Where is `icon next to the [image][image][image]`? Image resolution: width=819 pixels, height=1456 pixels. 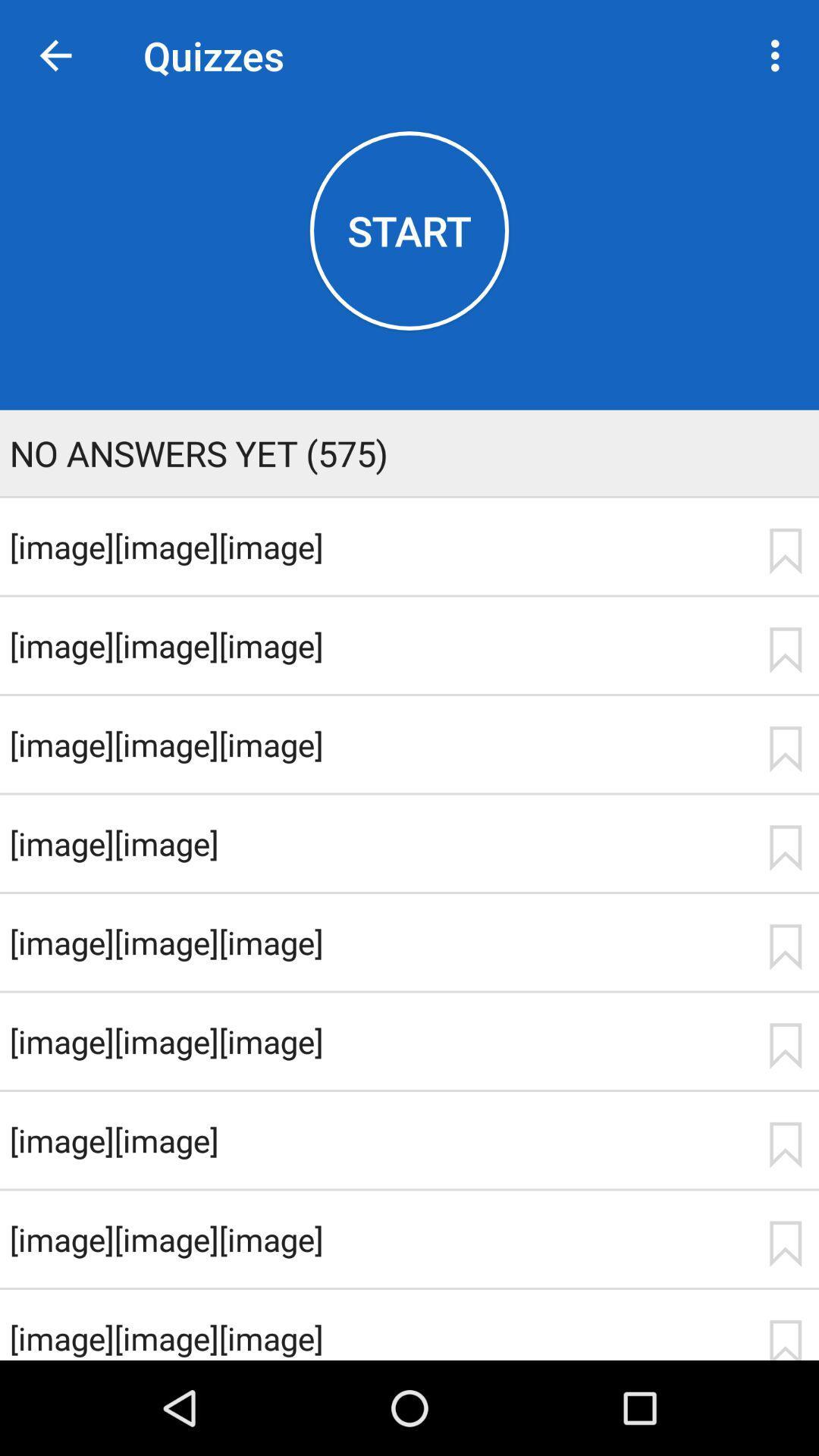 icon next to the [image][image][image] is located at coordinates (785, 650).